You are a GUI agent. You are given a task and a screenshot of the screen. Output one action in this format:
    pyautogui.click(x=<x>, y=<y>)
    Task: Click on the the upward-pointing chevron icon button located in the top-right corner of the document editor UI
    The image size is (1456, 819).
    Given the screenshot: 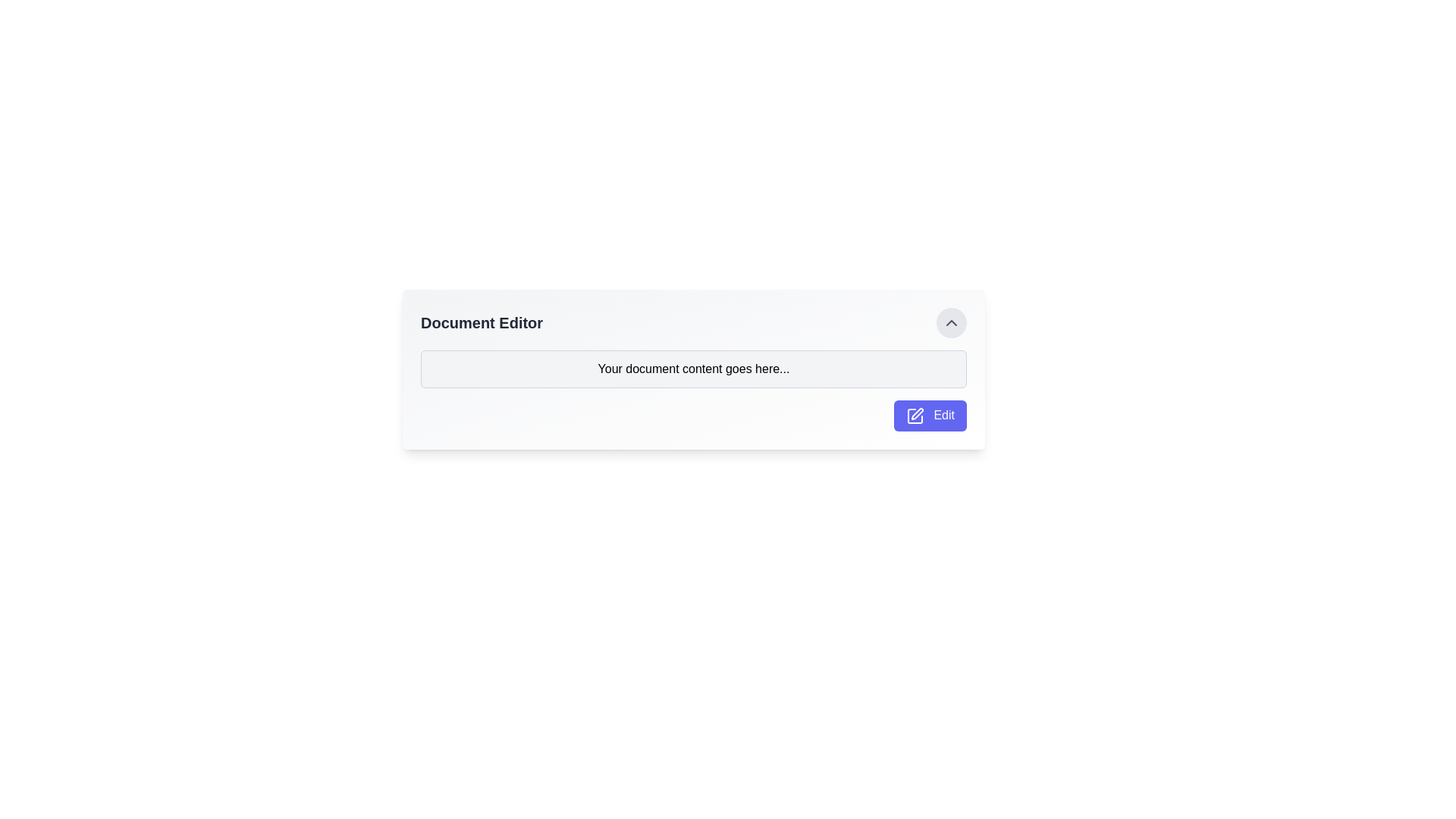 What is the action you would take?
    pyautogui.click(x=950, y=322)
    